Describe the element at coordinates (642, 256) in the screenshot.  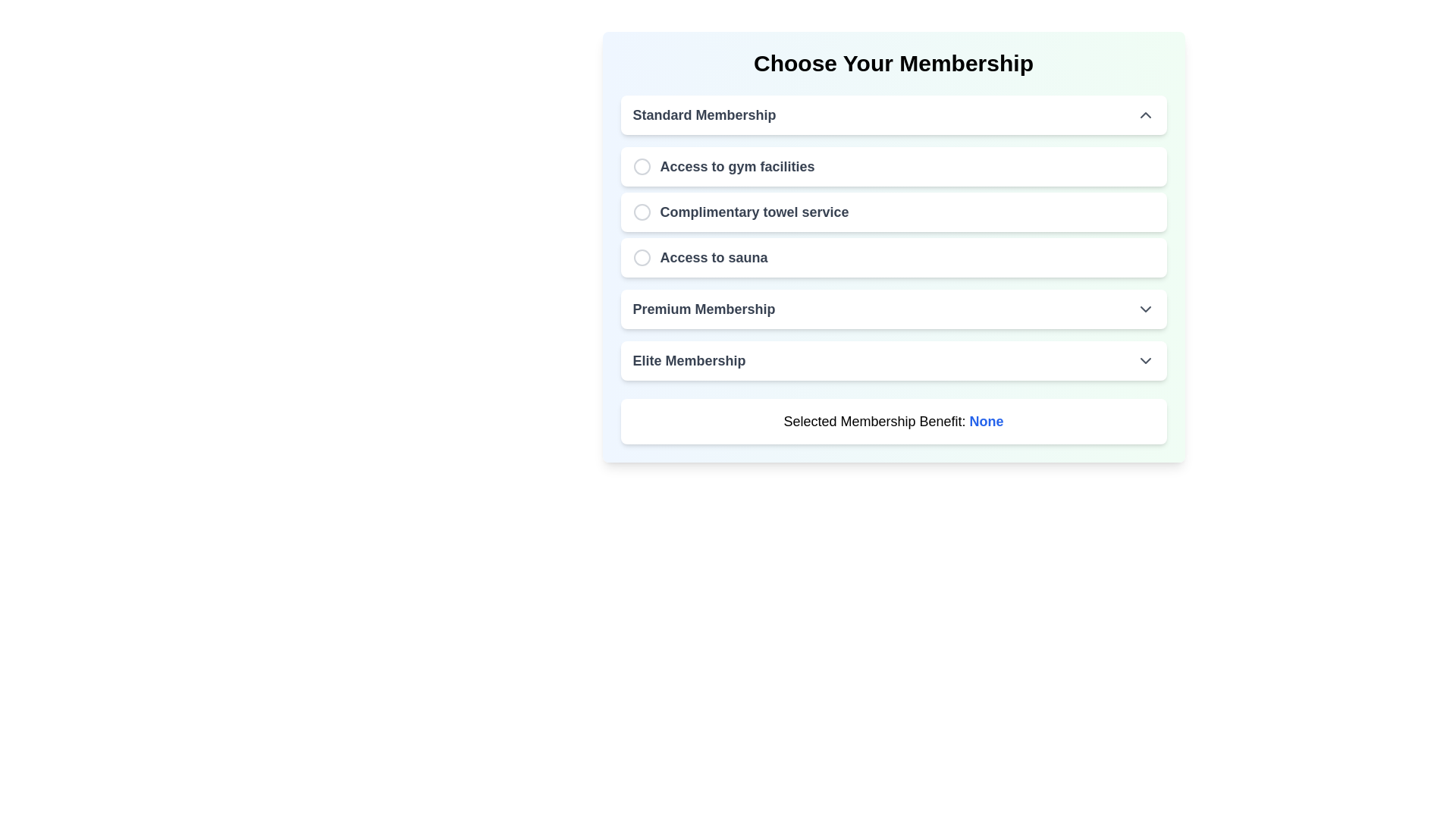
I see `the third radio button in the vertical list` at that location.